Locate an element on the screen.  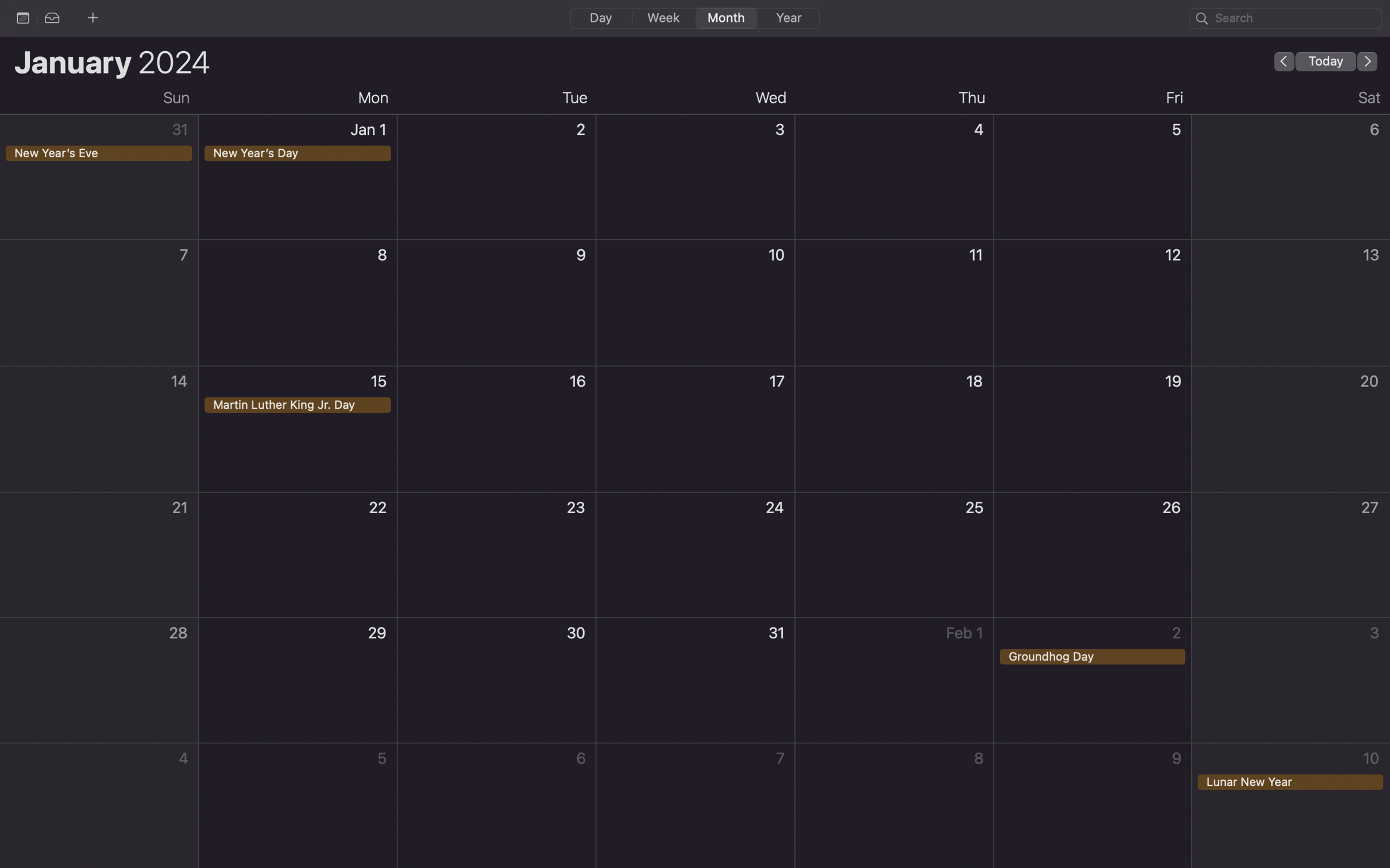
View the calendar in yearly format is located at coordinates (787, 17).